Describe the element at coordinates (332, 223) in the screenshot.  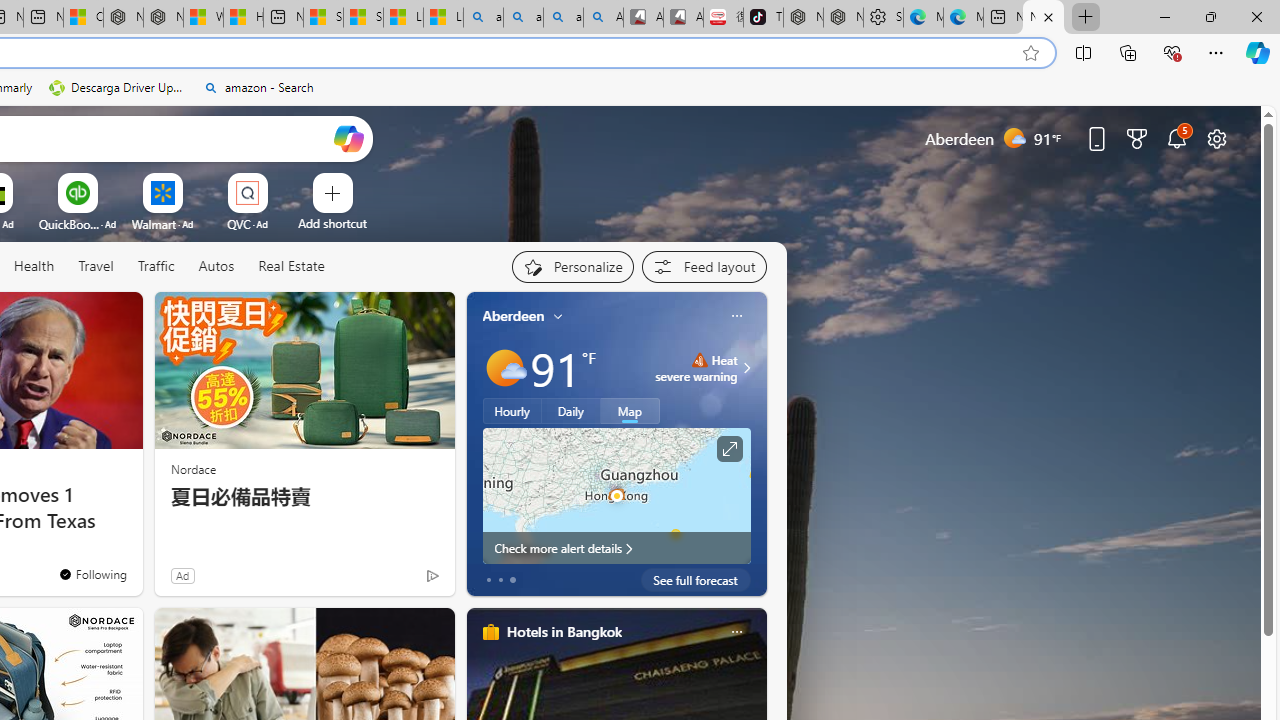
I see `'Add a site'` at that location.